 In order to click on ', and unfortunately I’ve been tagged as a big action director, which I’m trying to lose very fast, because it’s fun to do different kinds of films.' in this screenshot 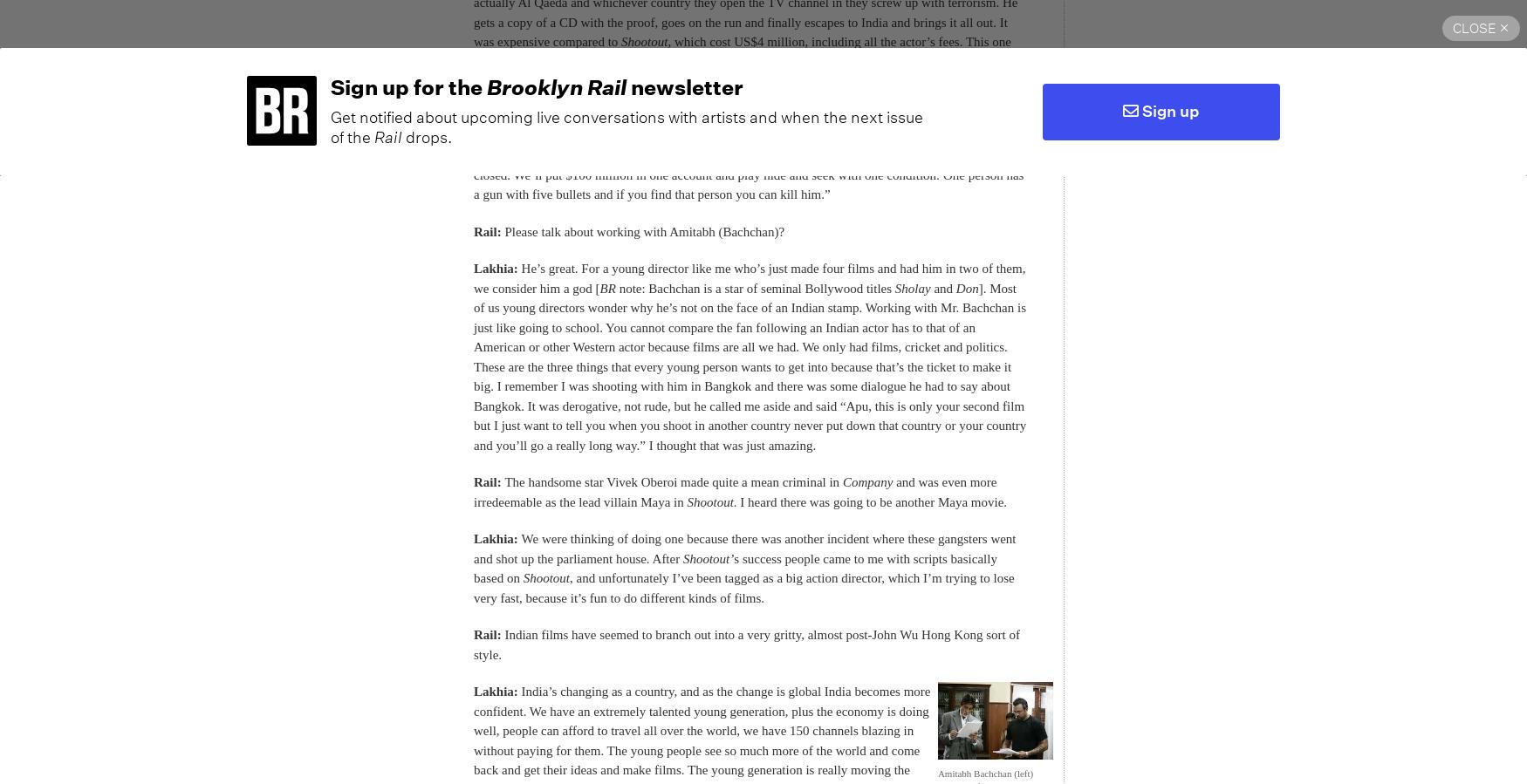, I will do `click(743, 586)`.